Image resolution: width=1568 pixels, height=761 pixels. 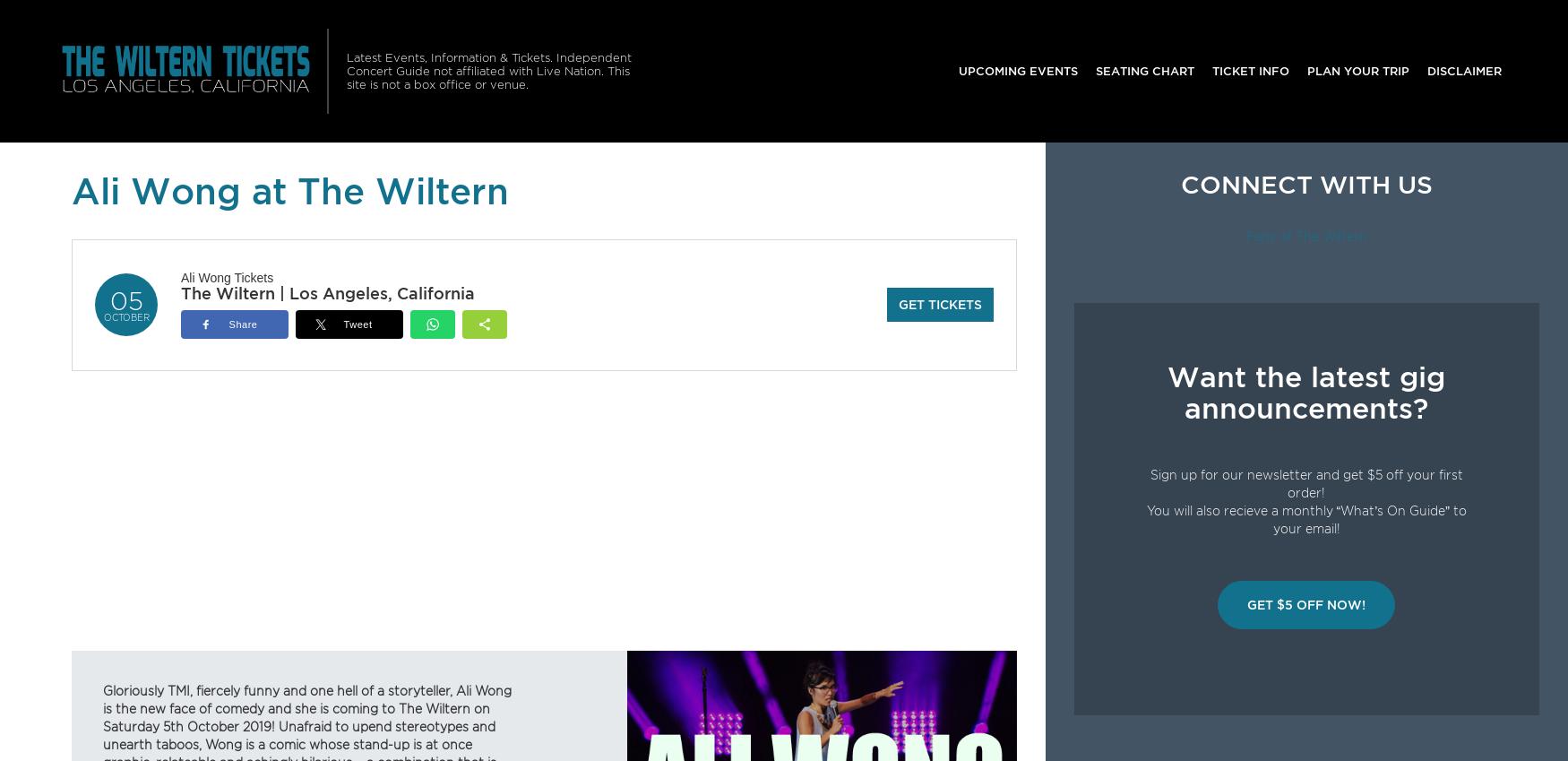 I want to click on 'Fans of The Wiltern', so click(x=1245, y=236).